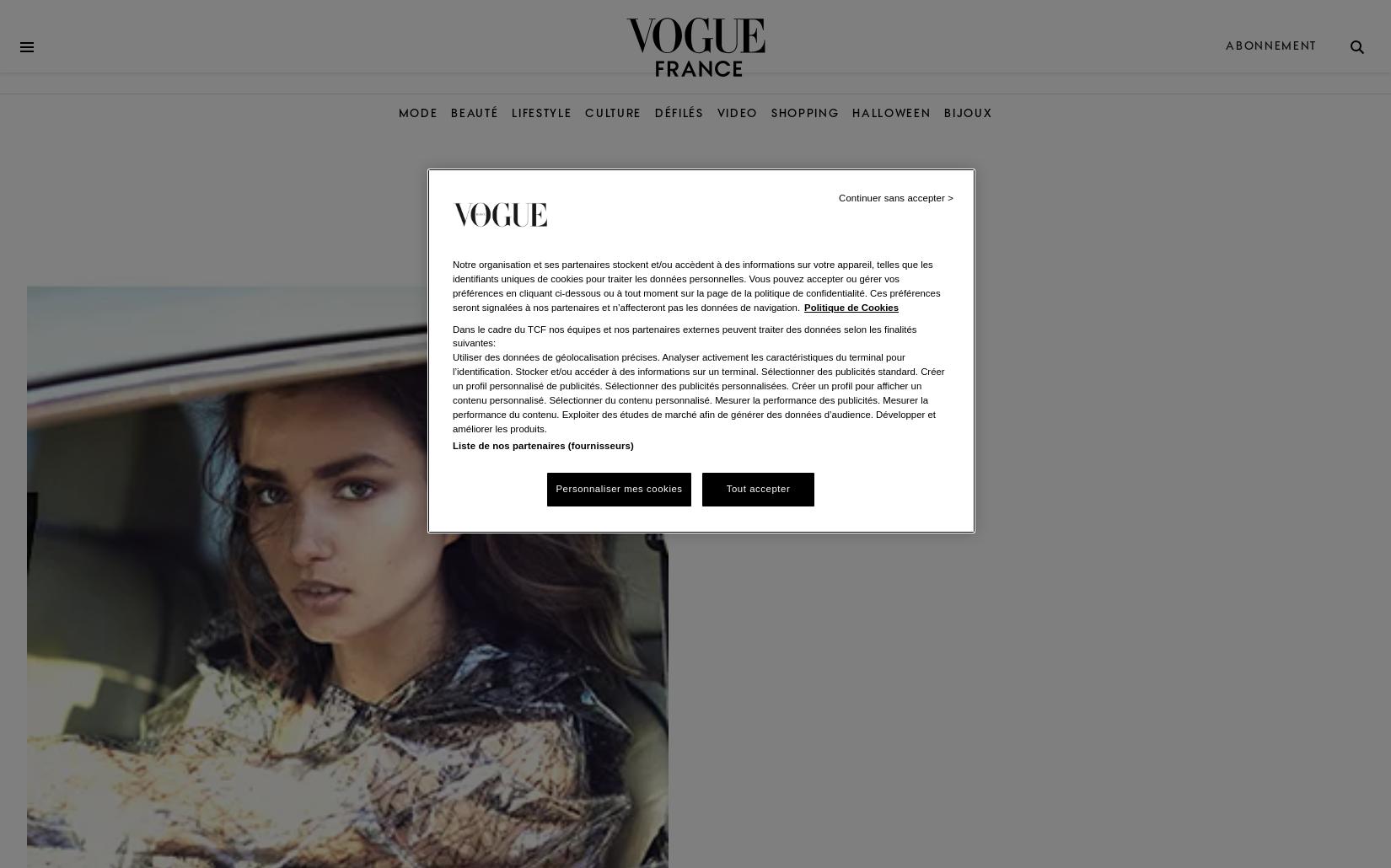 This screenshot has height=868, width=1391. Describe the element at coordinates (1270, 46) in the screenshot. I see `'Abonnement'` at that location.